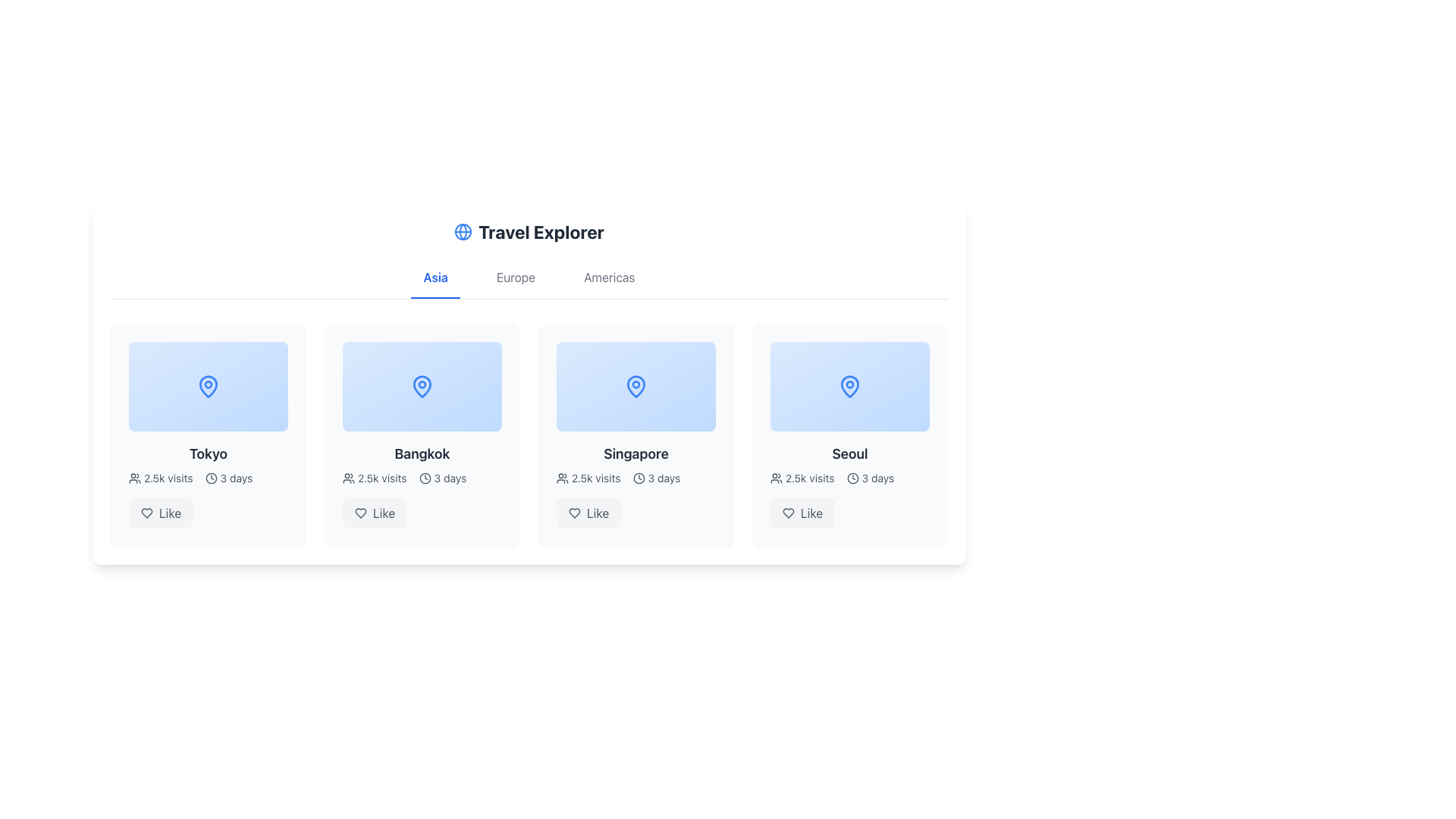  Describe the element at coordinates (850, 385) in the screenshot. I see `the blue map pin icon located in the card labeled 'Seoul', which is the fourth card from the left in a row of horizontally aligned cards` at that location.